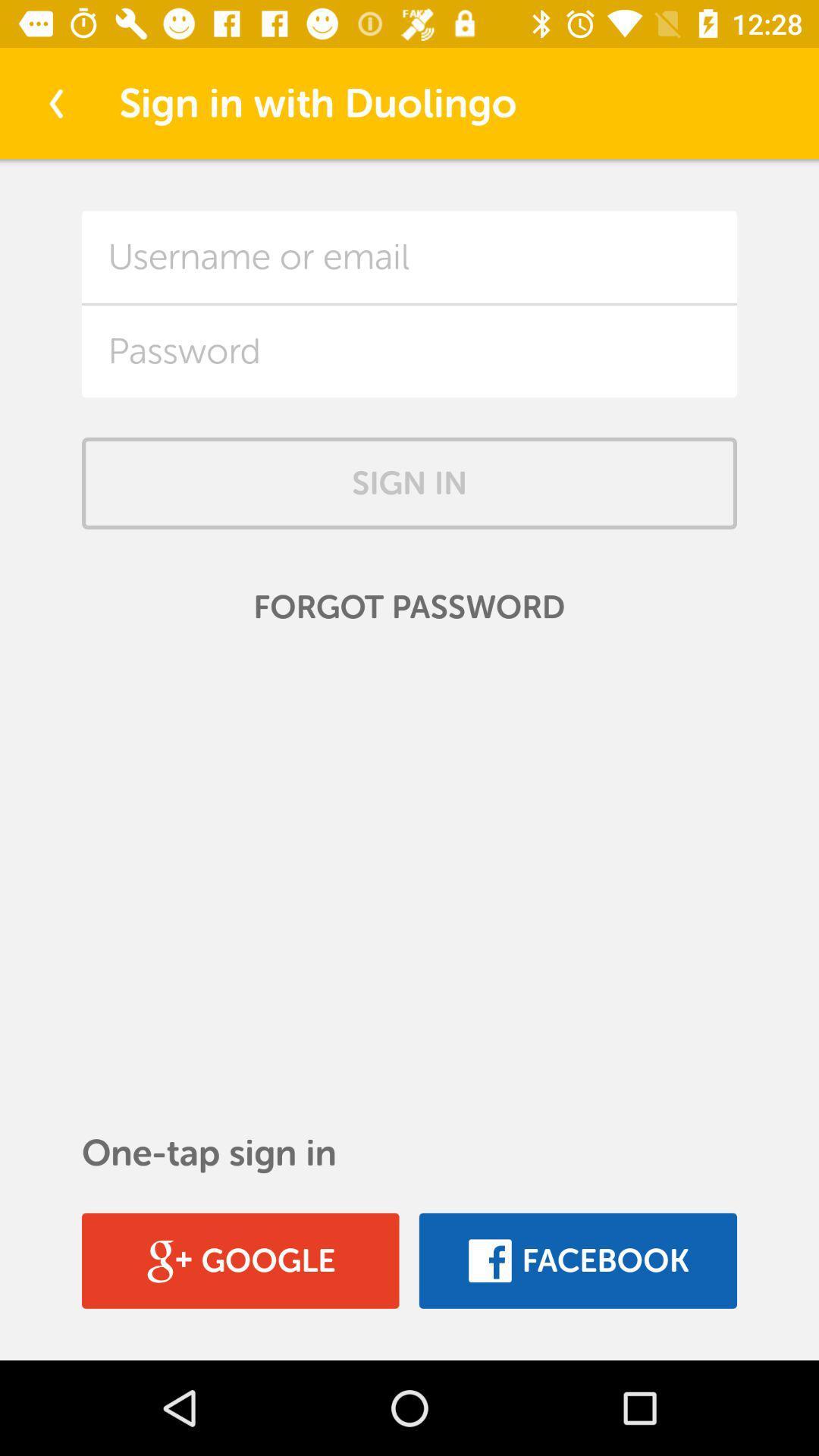 This screenshot has height=1456, width=819. What do you see at coordinates (409, 350) in the screenshot?
I see `password` at bounding box center [409, 350].